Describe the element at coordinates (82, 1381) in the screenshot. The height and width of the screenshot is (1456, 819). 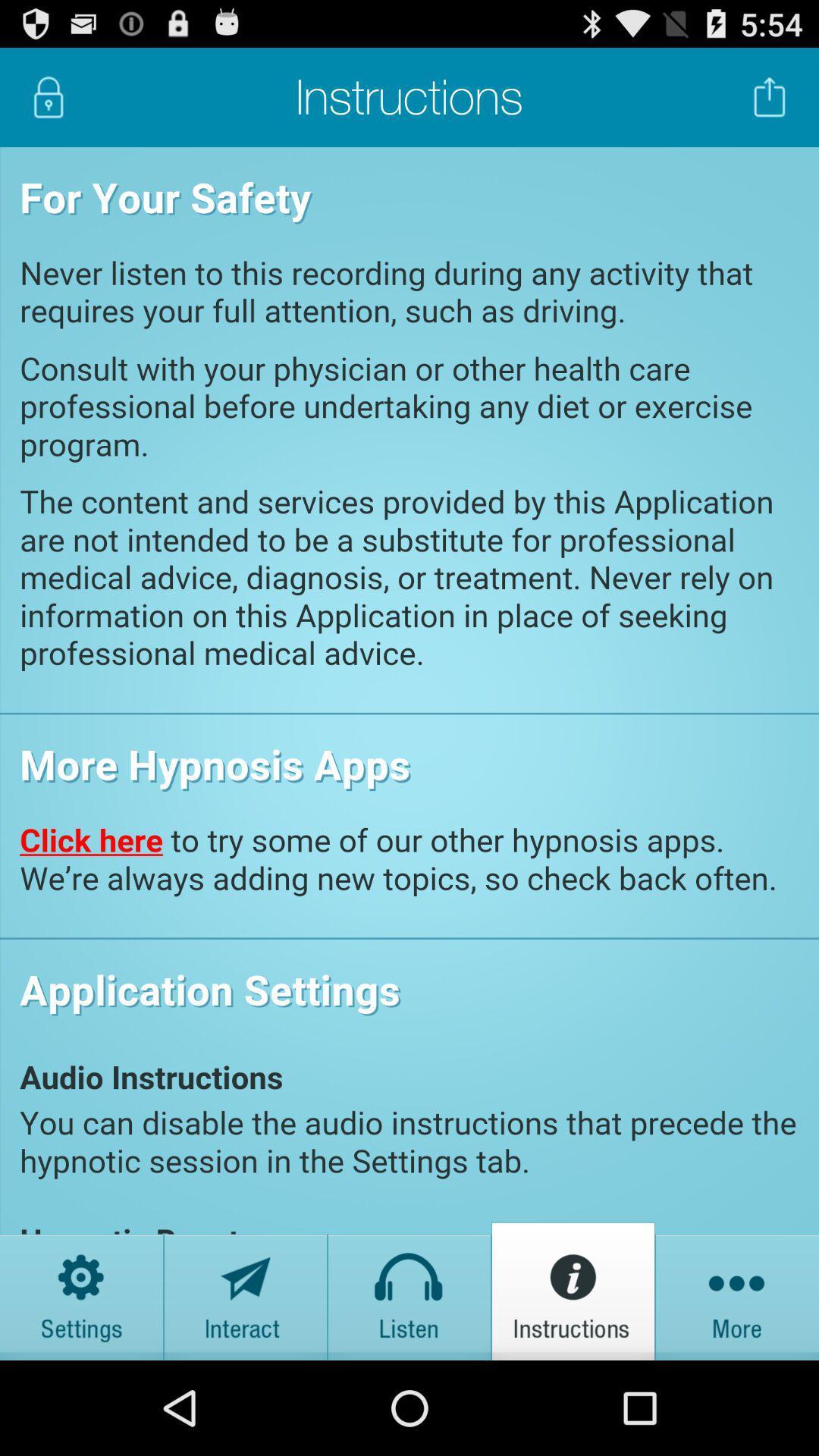
I see `the settings icon` at that location.